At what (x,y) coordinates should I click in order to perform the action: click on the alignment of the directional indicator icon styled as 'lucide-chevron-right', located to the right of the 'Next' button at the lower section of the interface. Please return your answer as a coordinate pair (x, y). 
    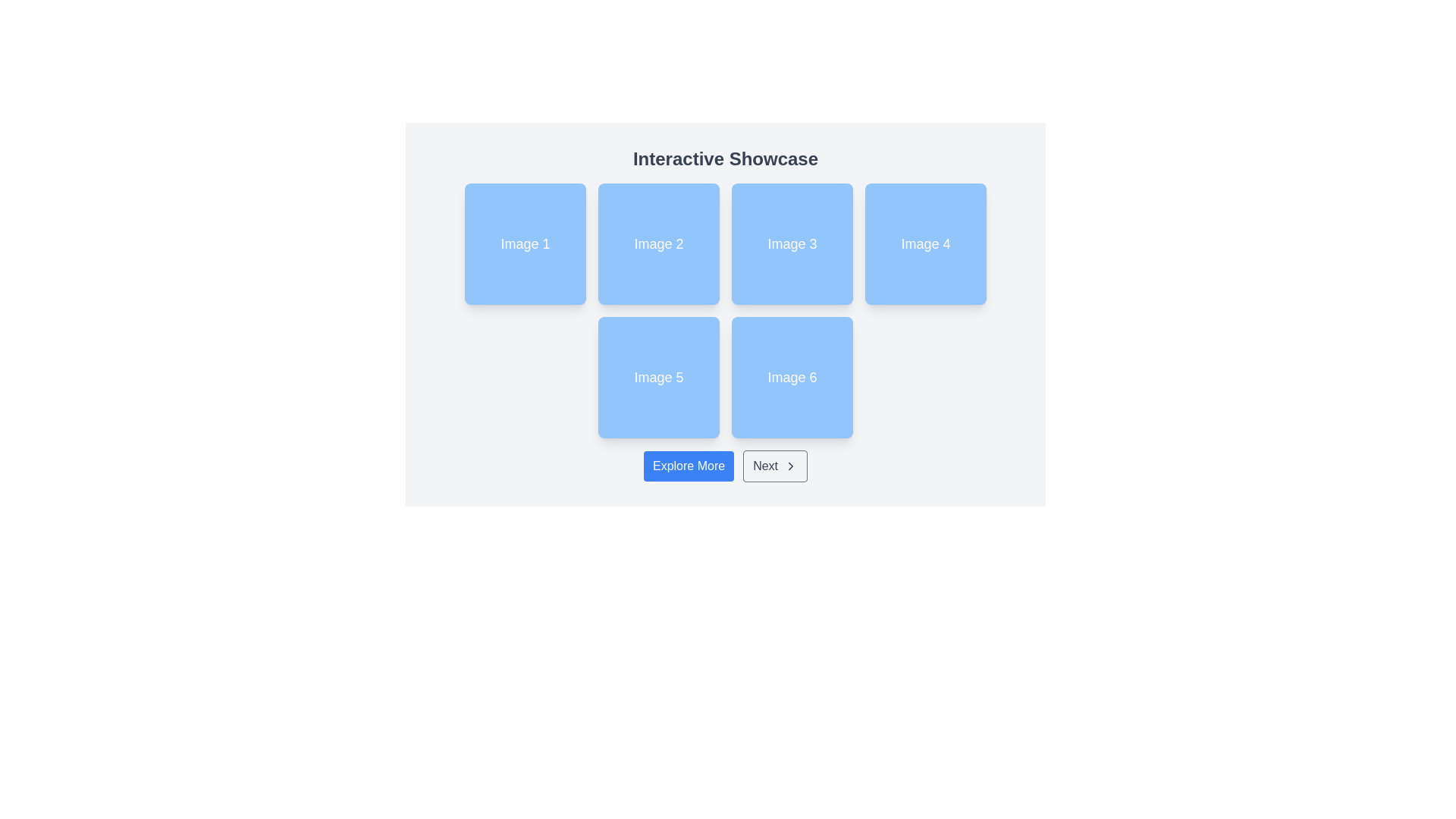
    Looking at the image, I should click on (789, 465).